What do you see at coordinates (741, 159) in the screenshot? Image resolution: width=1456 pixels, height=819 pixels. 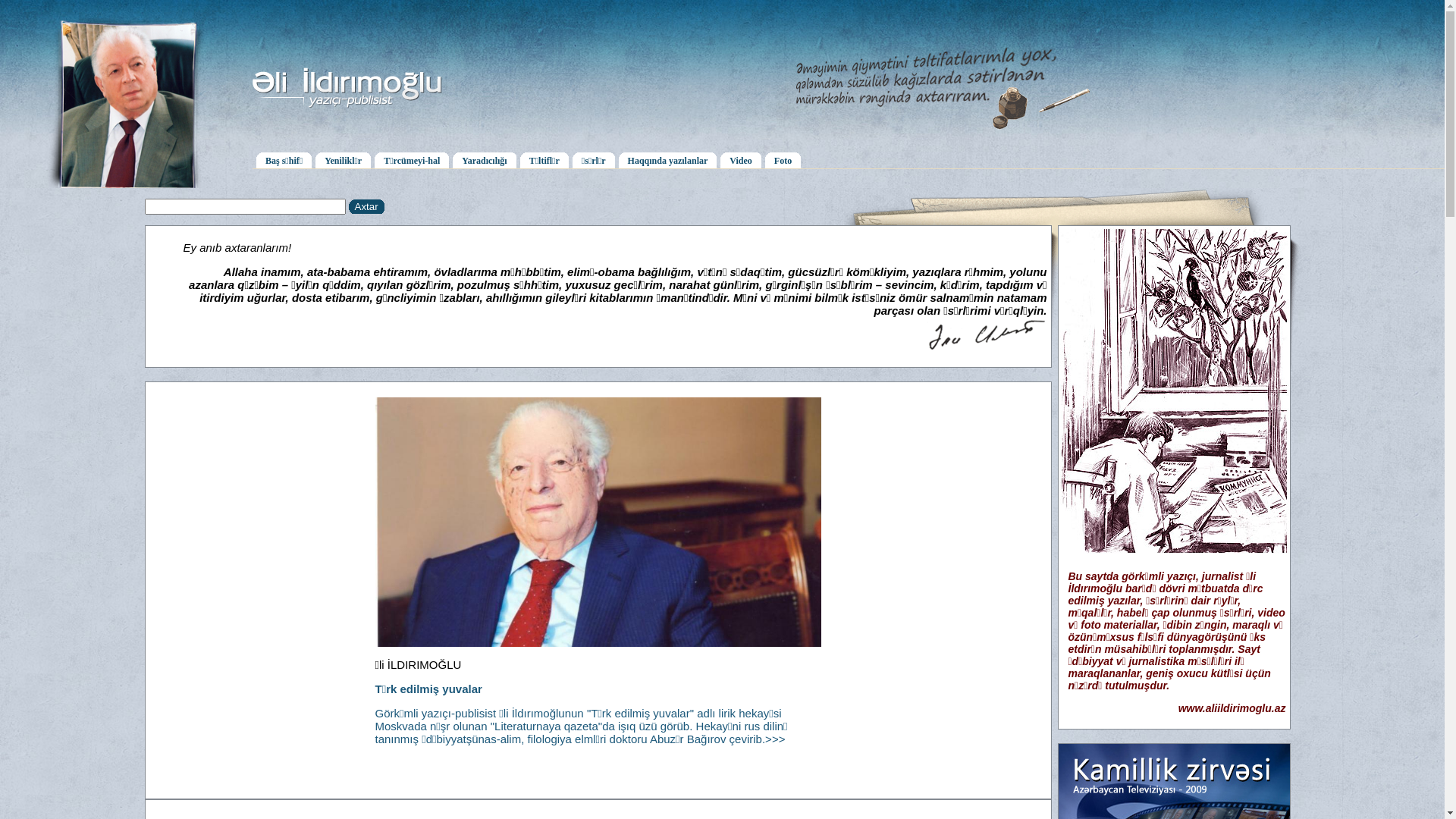 I see `'Video'` at bounding box center [741, 159].